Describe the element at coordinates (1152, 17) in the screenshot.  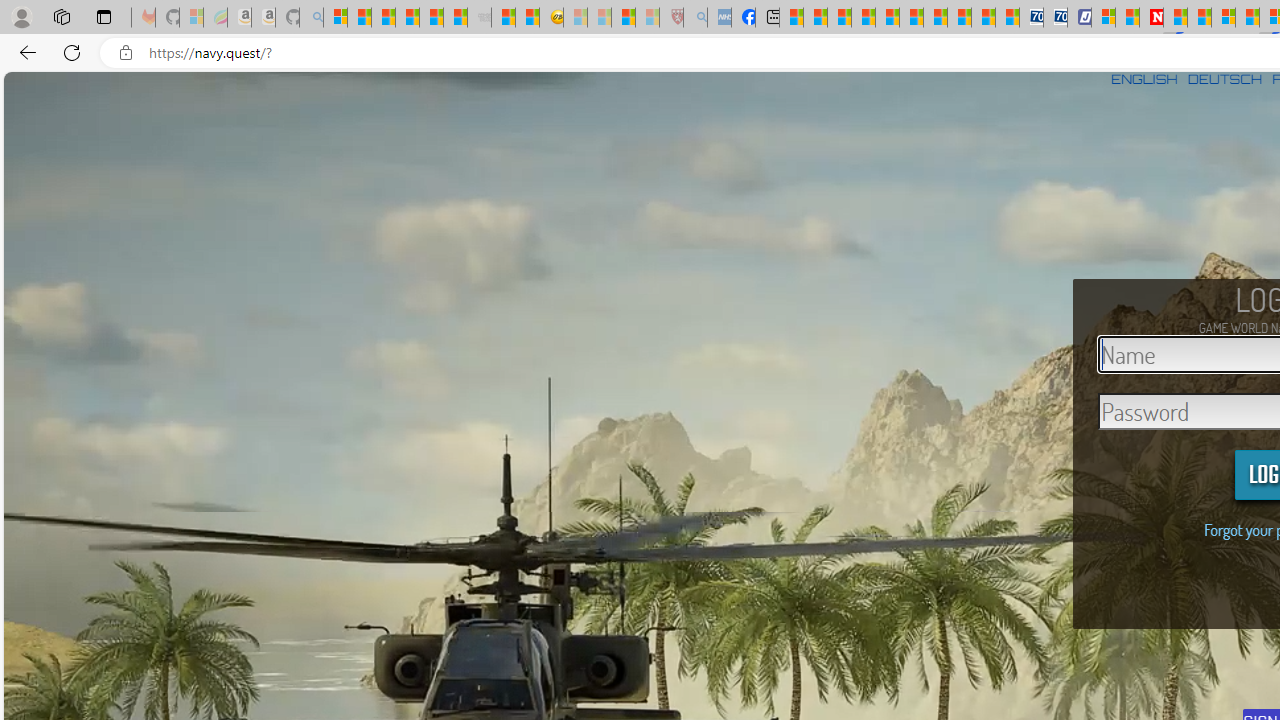
I see `'Latest Politics News & Archive | Newsweek.com'` at that location.